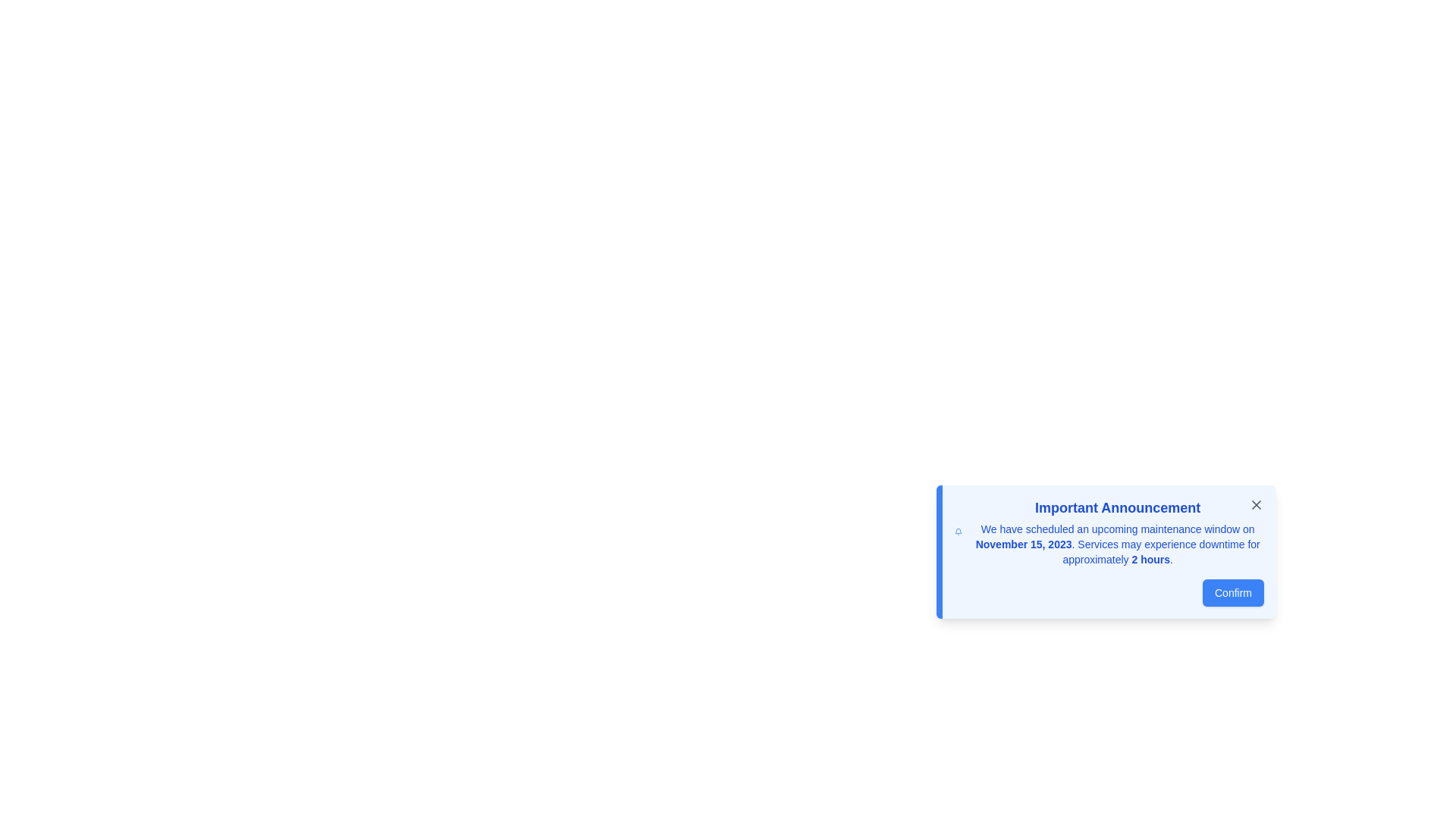 The width and height of the screenshot is (1456, 819). What do you see at coordinates (1256, 505) in the screenshot?
I see `the Close icon in the form of an 'X' located in the upper-right corner of the notification card titled 'Important Announcement'` at bounding box center [1256, 505].